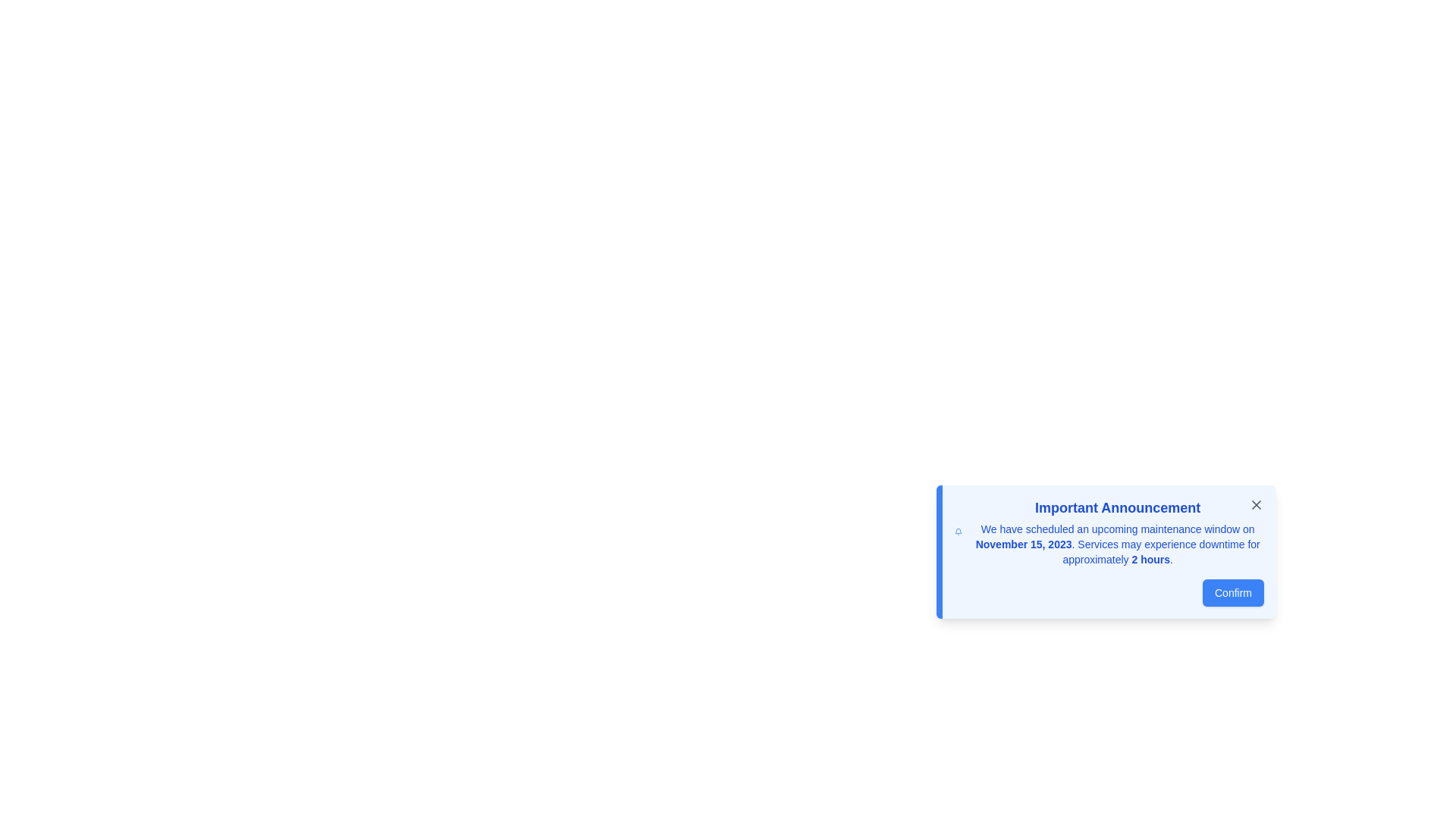 The width and height of the screenshot is (1456, 819). What do you see at coordinates (1256, 505) in the screenshot?
I see `the Close icon in the form of an 'X' located in the upper-right corner of the notification card titled 'Important Announcement'` at bounding box center [1256, 505].